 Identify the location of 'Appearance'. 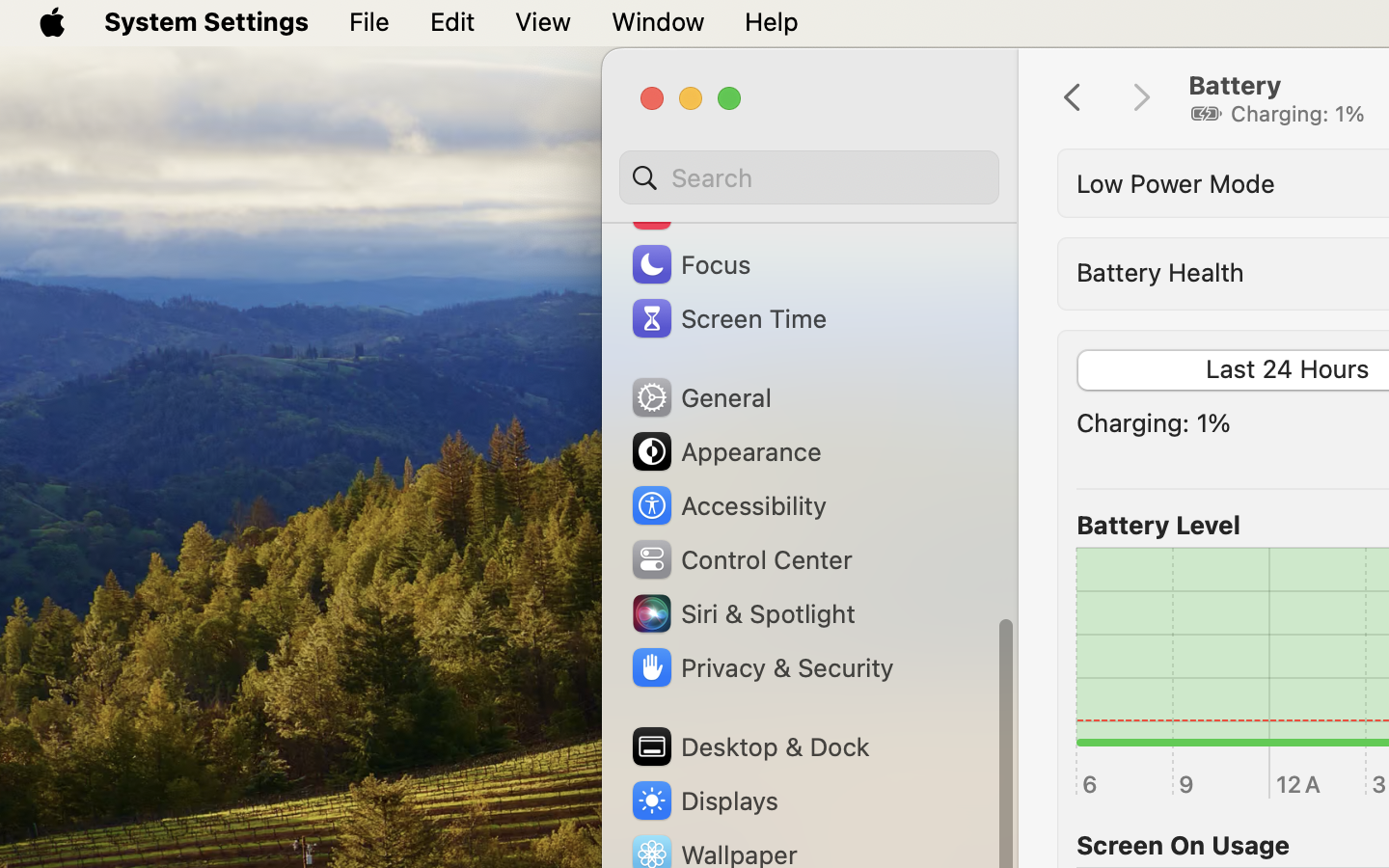
(723, 450).